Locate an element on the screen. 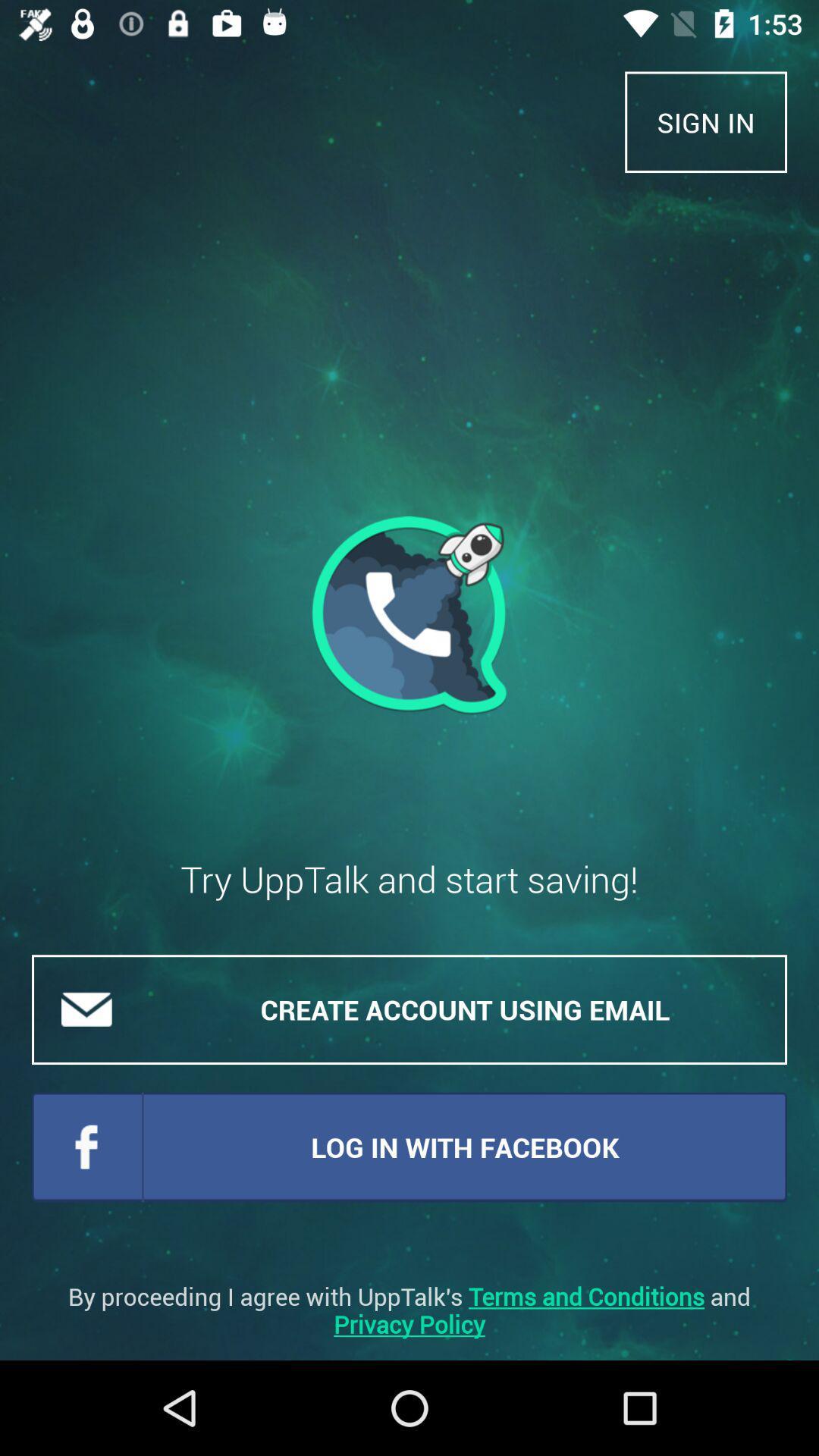 Image resolution: width=819 pixels, height=1456 pixels. item above try upptalk and icon is located at coordinates (409, 616).